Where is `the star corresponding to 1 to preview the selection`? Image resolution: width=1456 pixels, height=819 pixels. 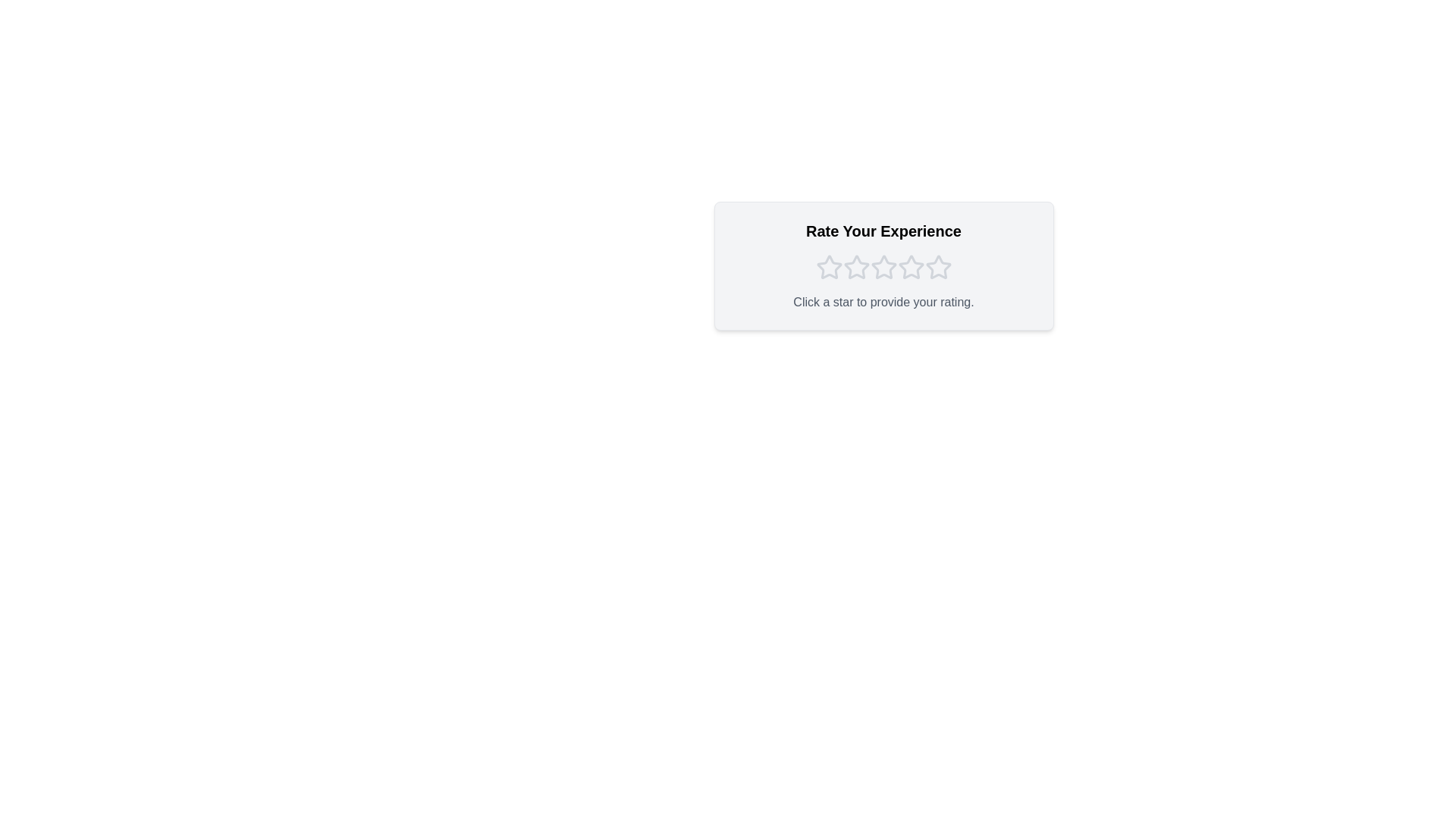
the star corresponding to 1 to preview the selection is located at coordinates (828, 267).